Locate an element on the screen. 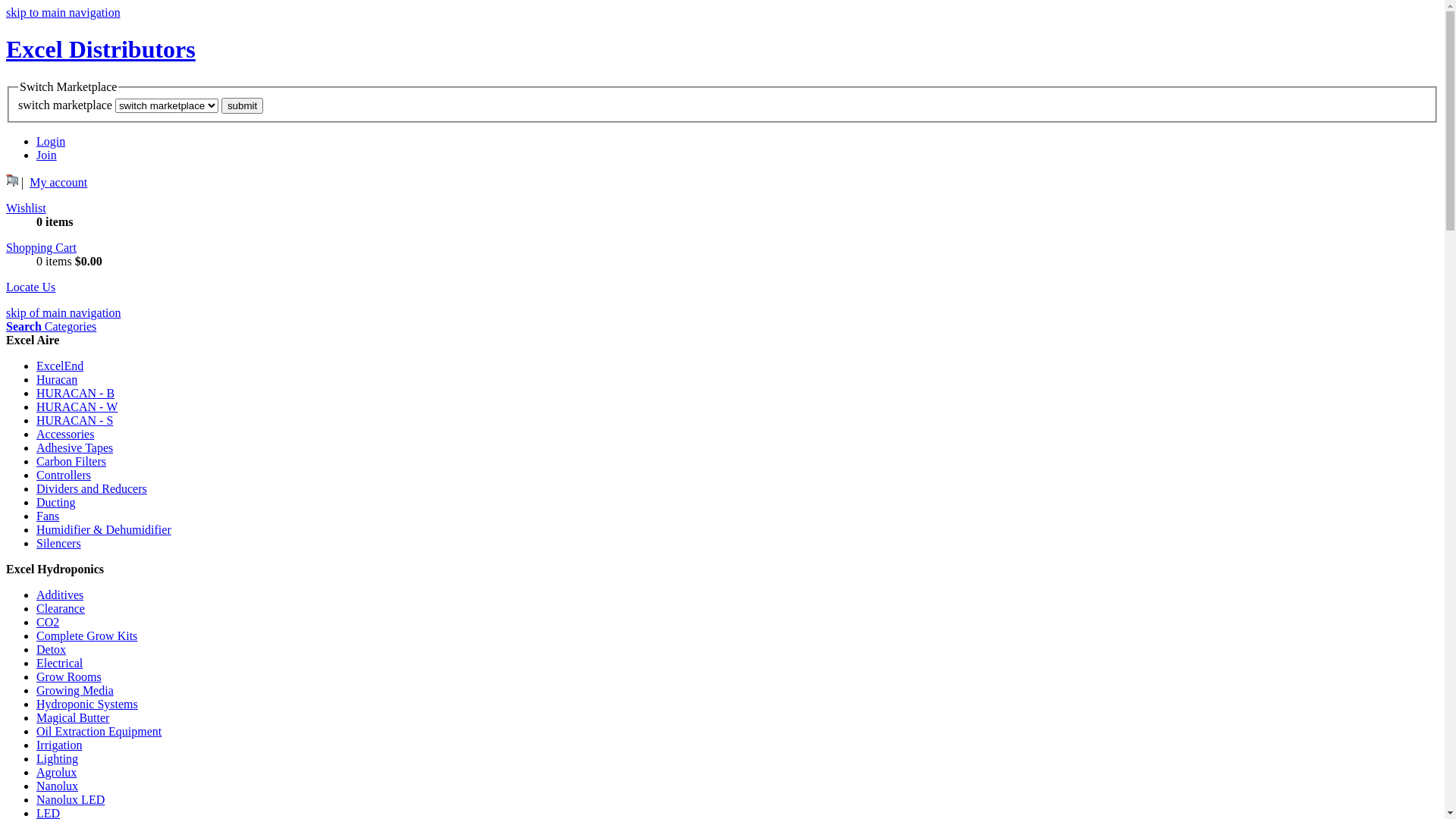  'Locate Us' is located at coordinates (30, 287).